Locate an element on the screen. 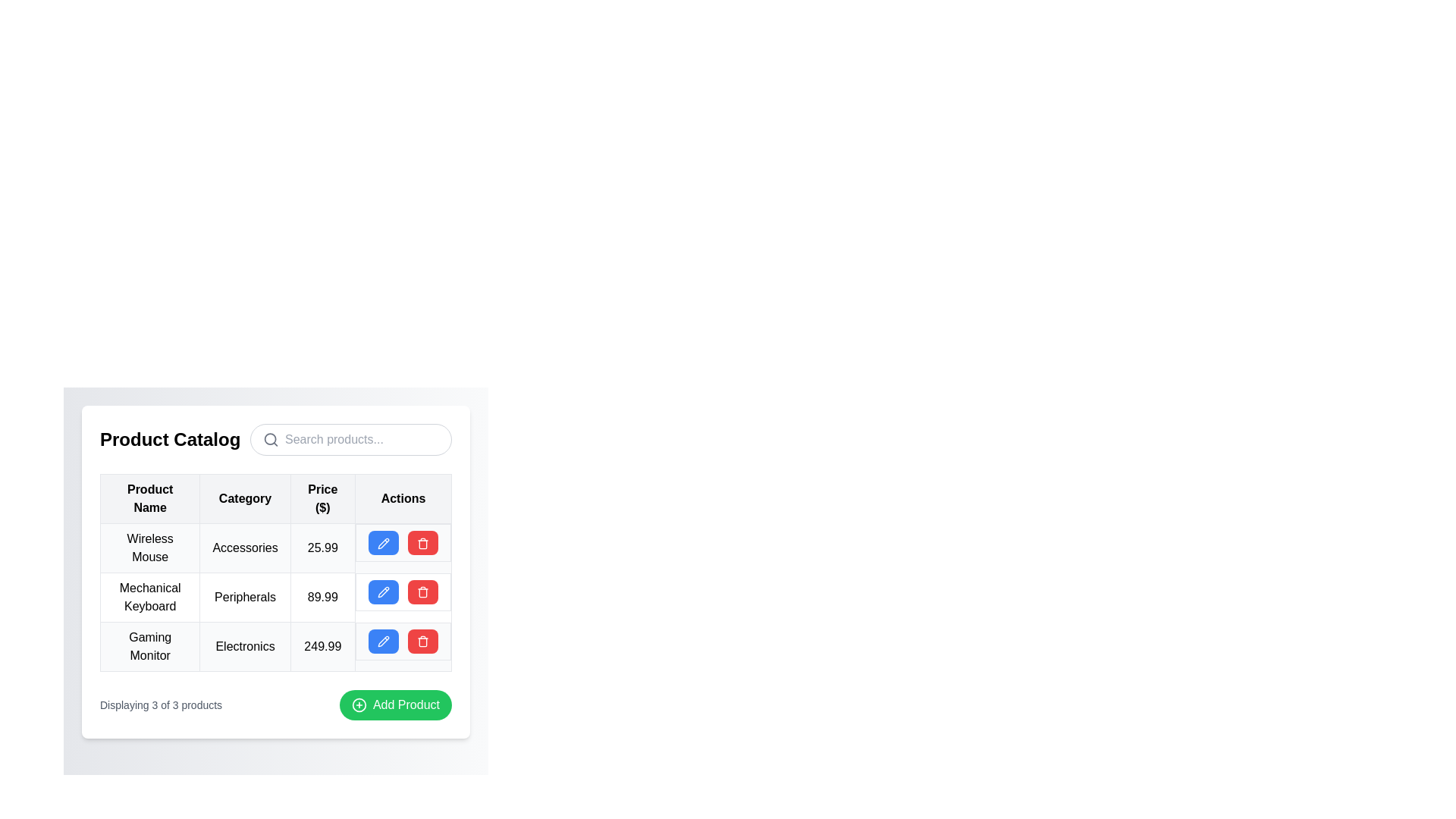 The height and width of the screenshot is (819, 1456). text label 'Gaming Monitor' located in the third row under the 'Product Name' column of the table is located at coordinates (150, 646).